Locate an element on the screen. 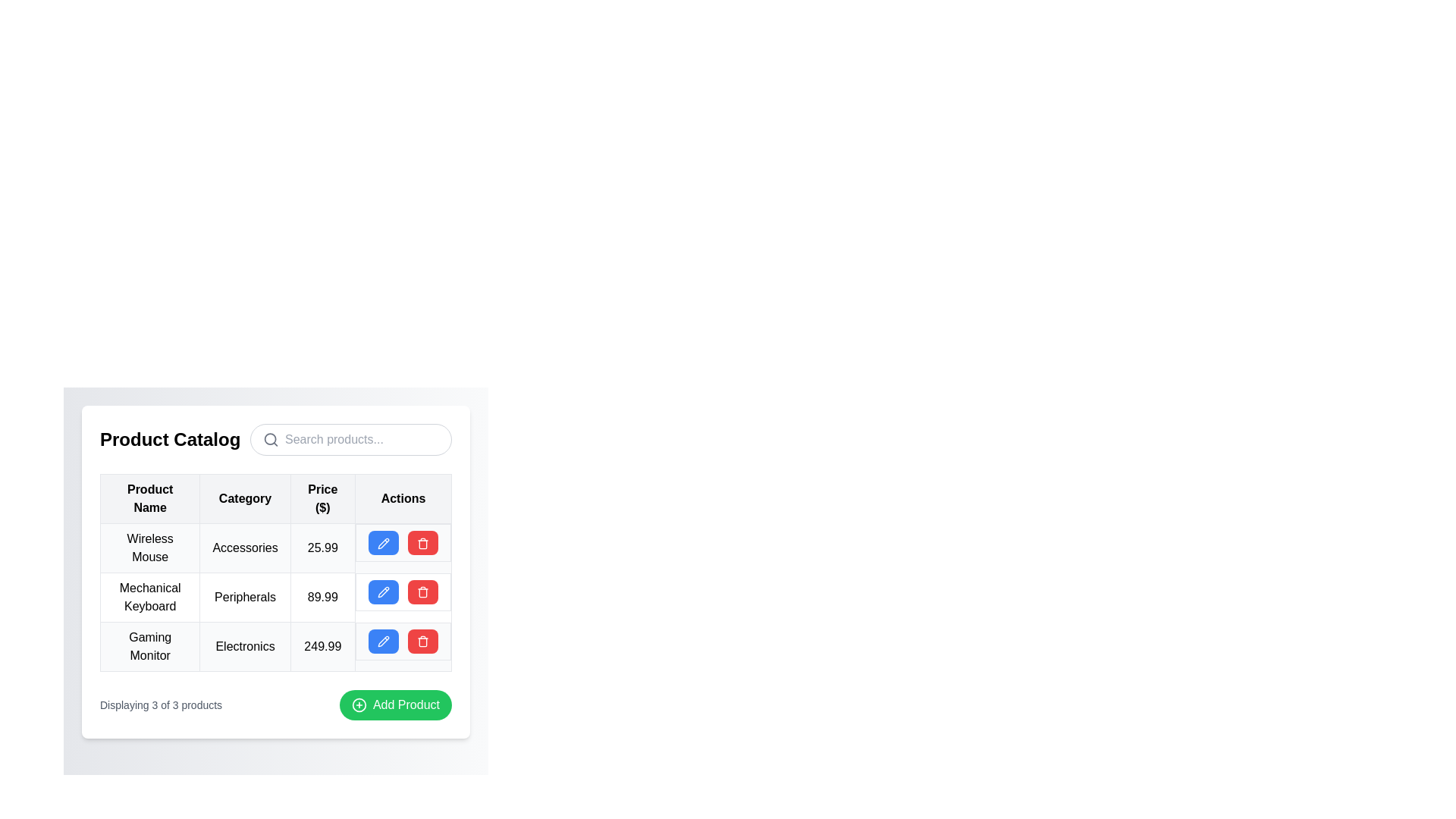 The height and width of the screenshot is (819, 1456). text label 'Gaming Monitor' located in the third row under the 'Product Name' column of the table is located at coordinates (150, 646).